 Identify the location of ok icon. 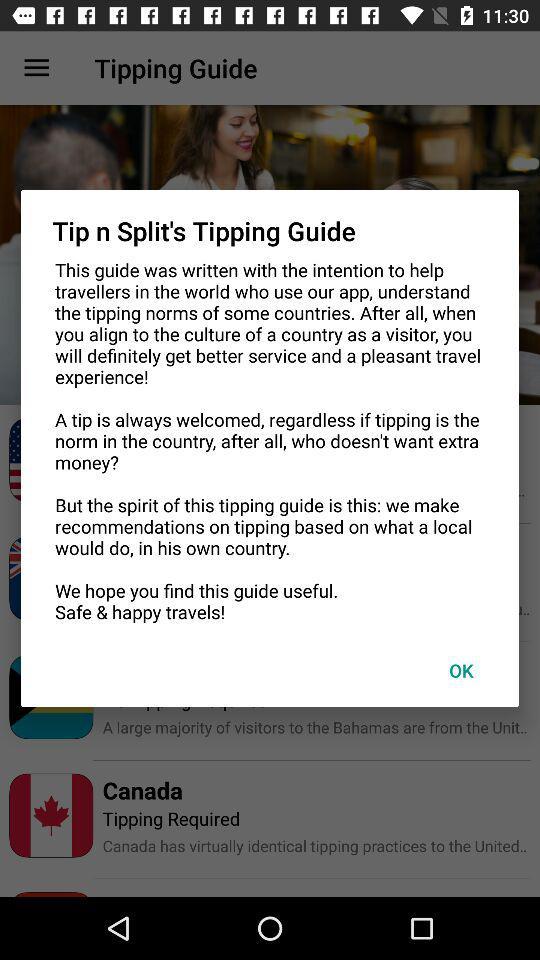
(461, 670).